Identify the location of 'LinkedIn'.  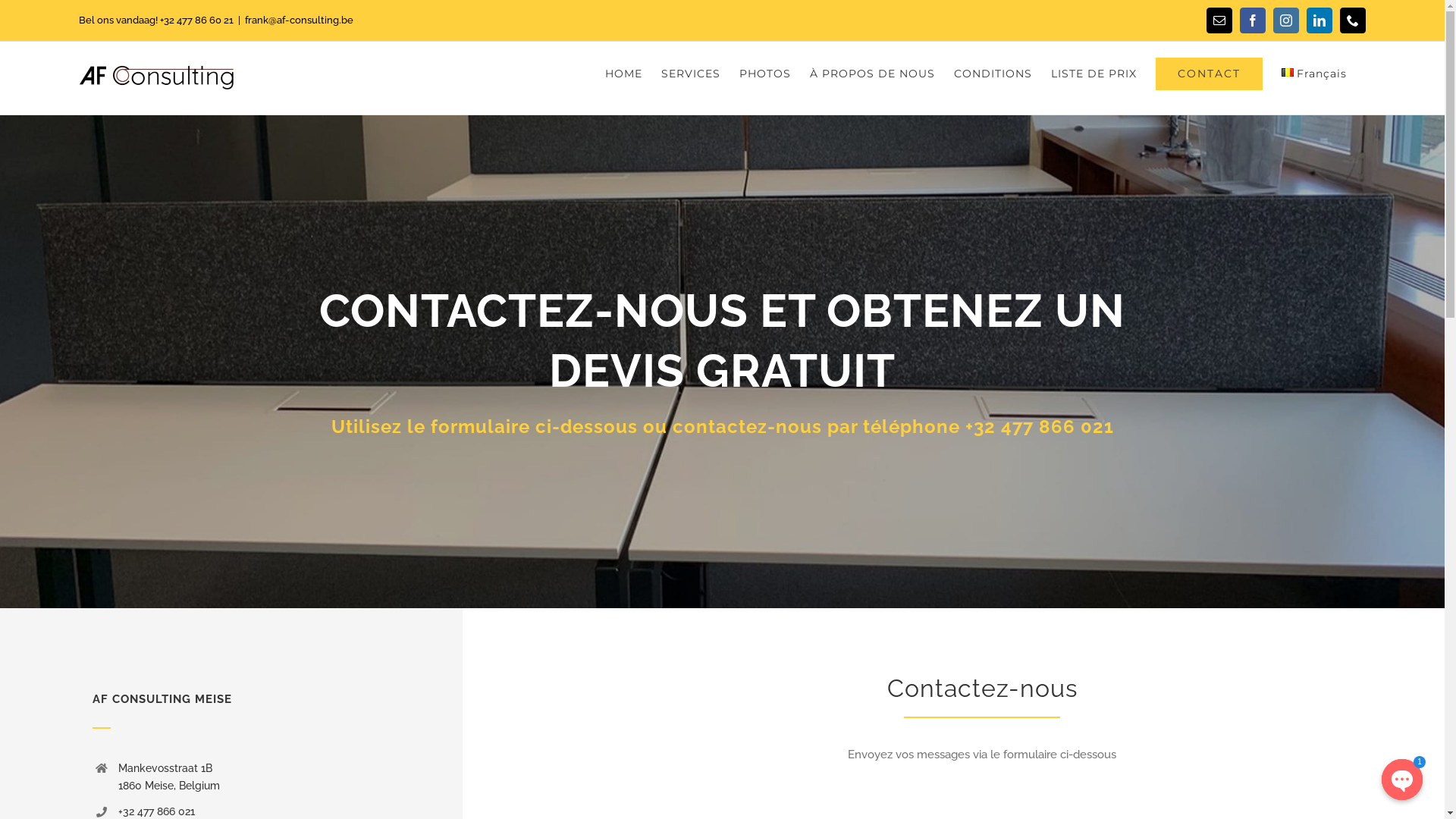
(1318, 20).